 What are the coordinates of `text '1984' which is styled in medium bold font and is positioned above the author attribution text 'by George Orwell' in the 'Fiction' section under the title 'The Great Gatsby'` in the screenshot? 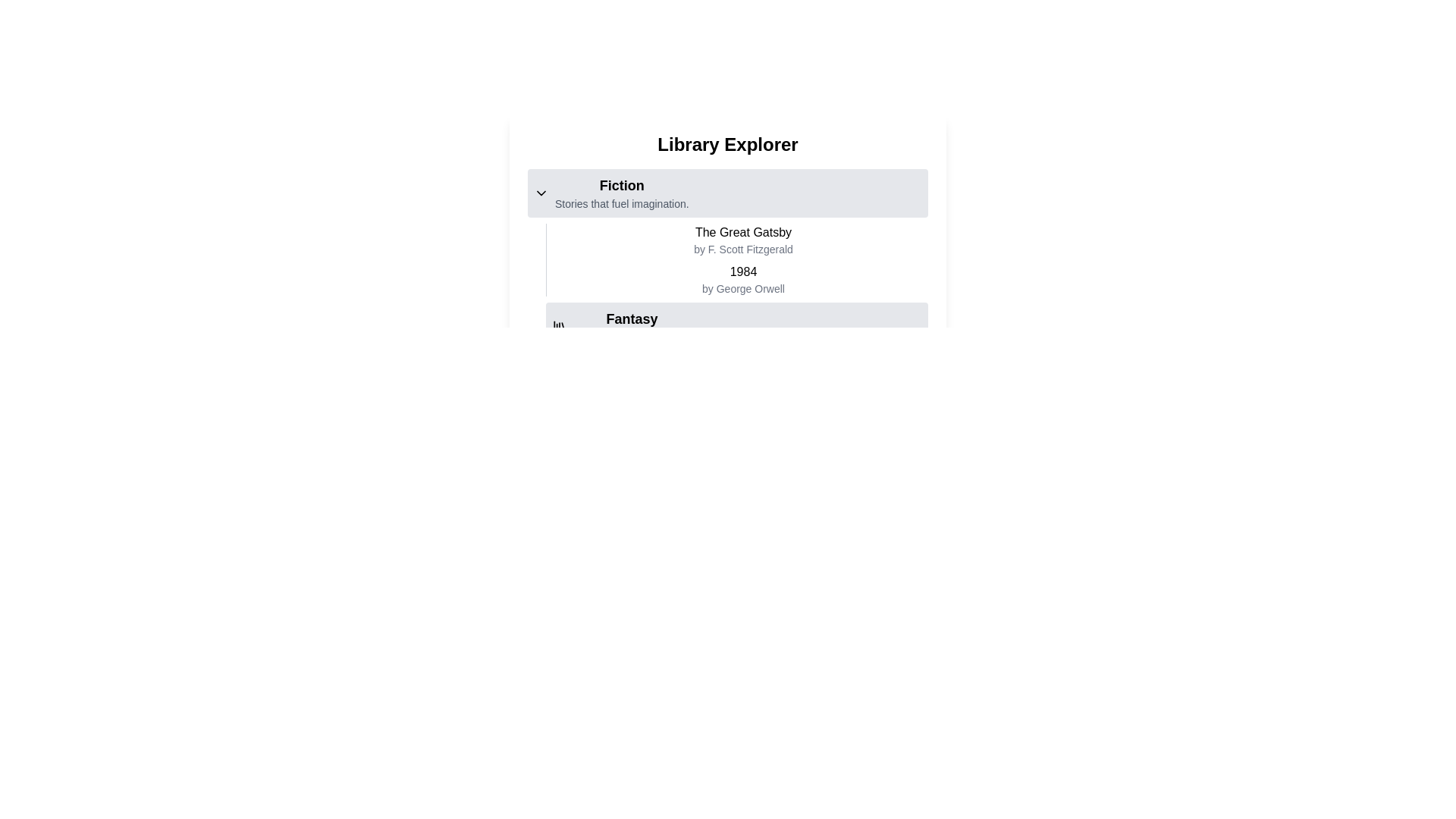 It's located at (743, 271).